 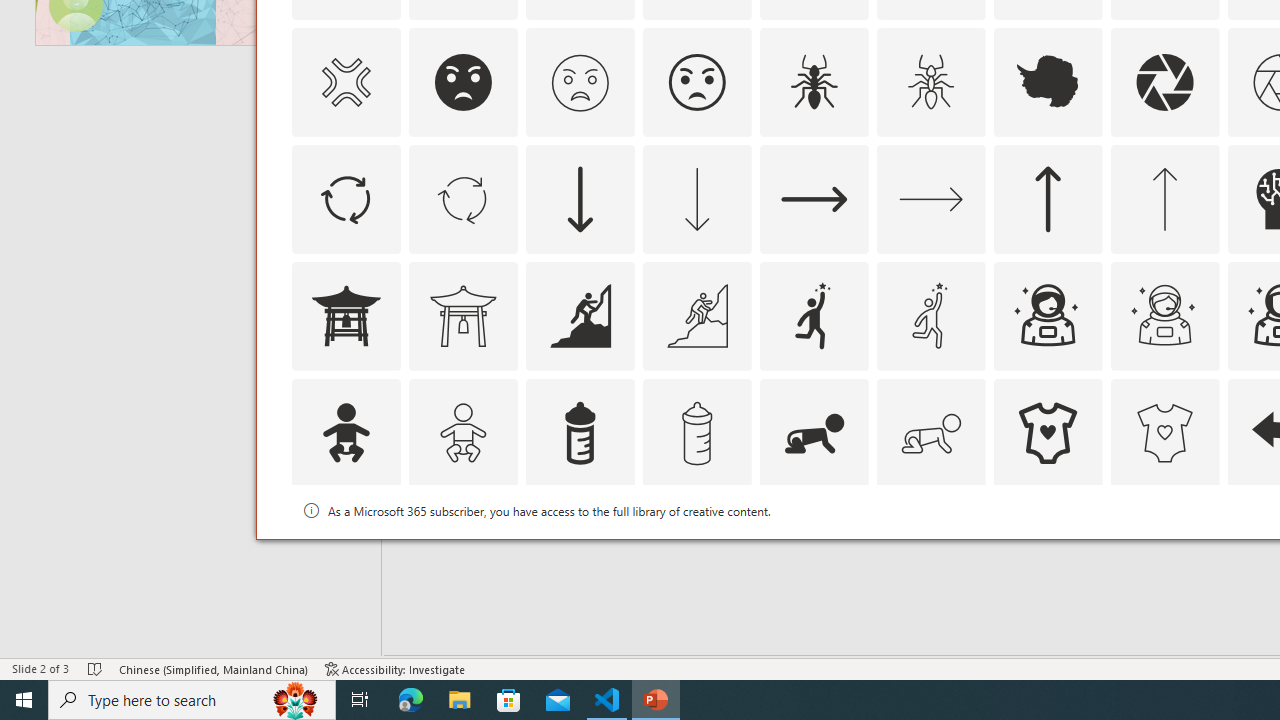 What do you see at coordinates (345, 431) in the screenshot?
I see `'AutomationID: Icons_Baby'` at bounding box center [345, 431].